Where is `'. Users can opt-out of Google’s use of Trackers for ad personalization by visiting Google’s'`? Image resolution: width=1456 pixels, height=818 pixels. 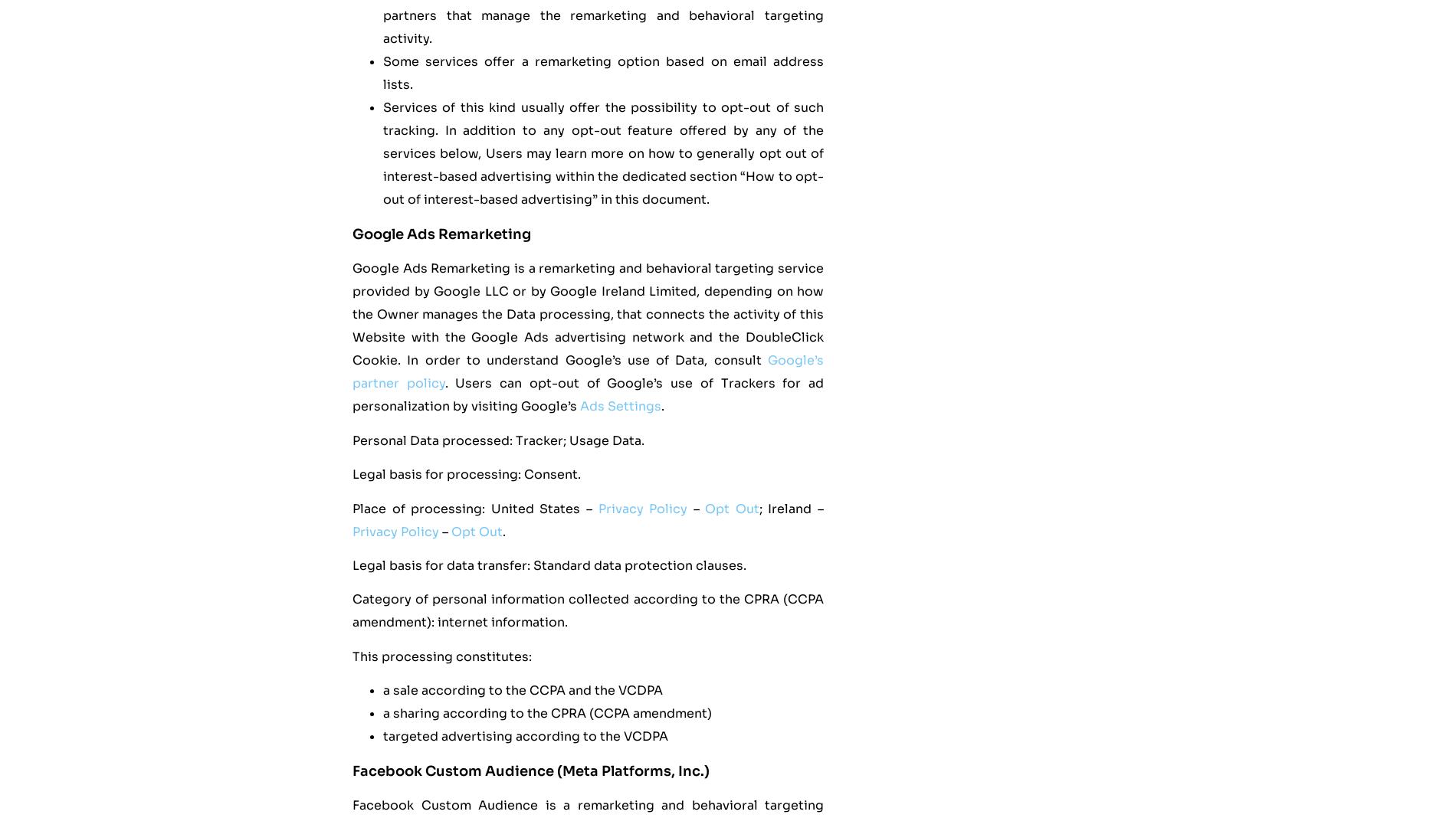 '. Users can opt-out of Google’s use of Trackers for ad personalization by visiting Google’s' is located at coordinates (587, 394).